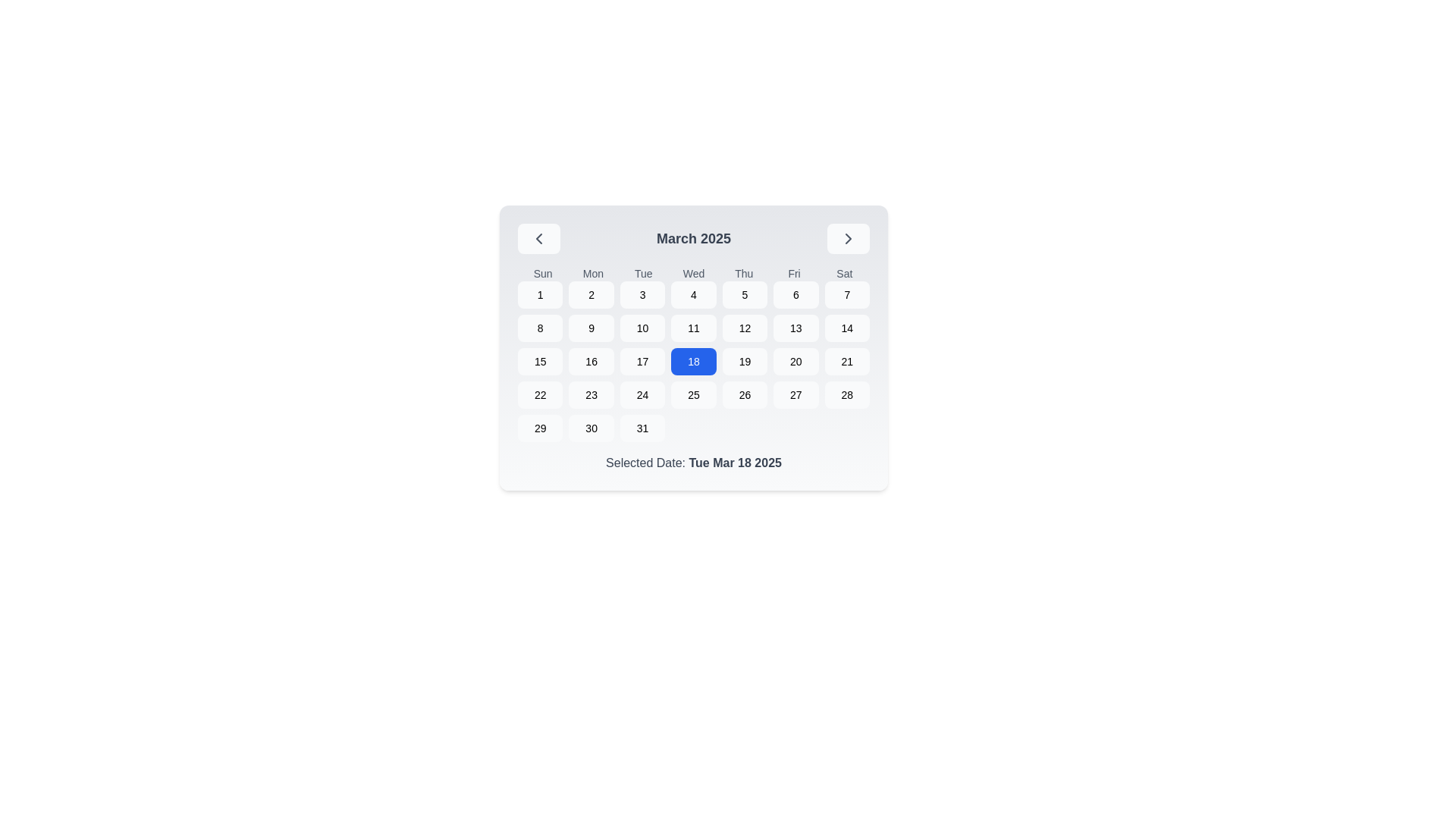 The image size is (1456, 819). Describe the element at coordinates (540, 428) in the screenshot. I see `the button representing day 29 in the calendar grid, located in the last row and first column, adjacent to days 28 and 30` at that location.